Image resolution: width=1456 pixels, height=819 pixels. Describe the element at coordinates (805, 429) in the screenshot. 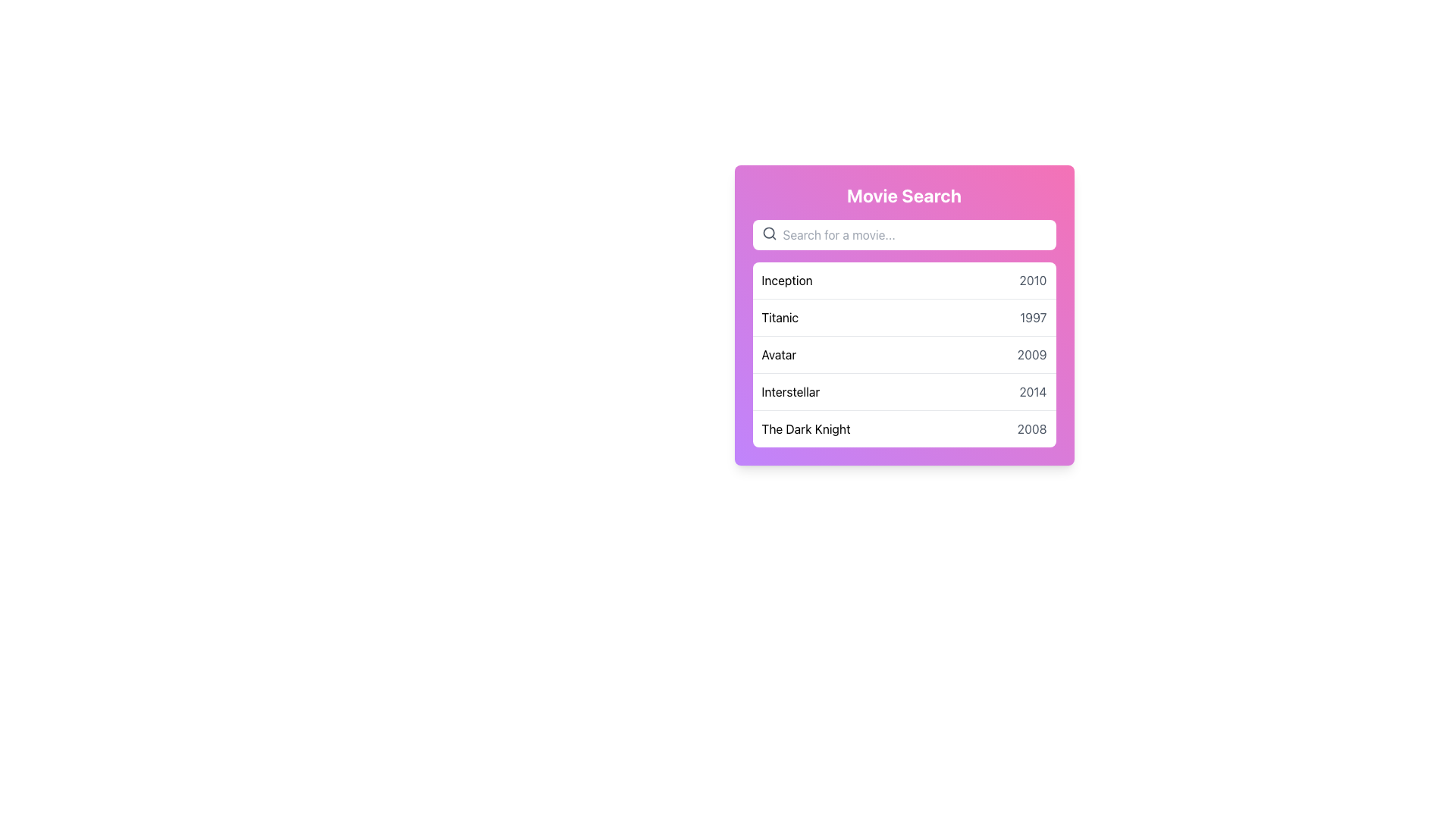

I see `the text label displaying the title of the movie located at the left part of the last row in the vertical list of search results` at that location.